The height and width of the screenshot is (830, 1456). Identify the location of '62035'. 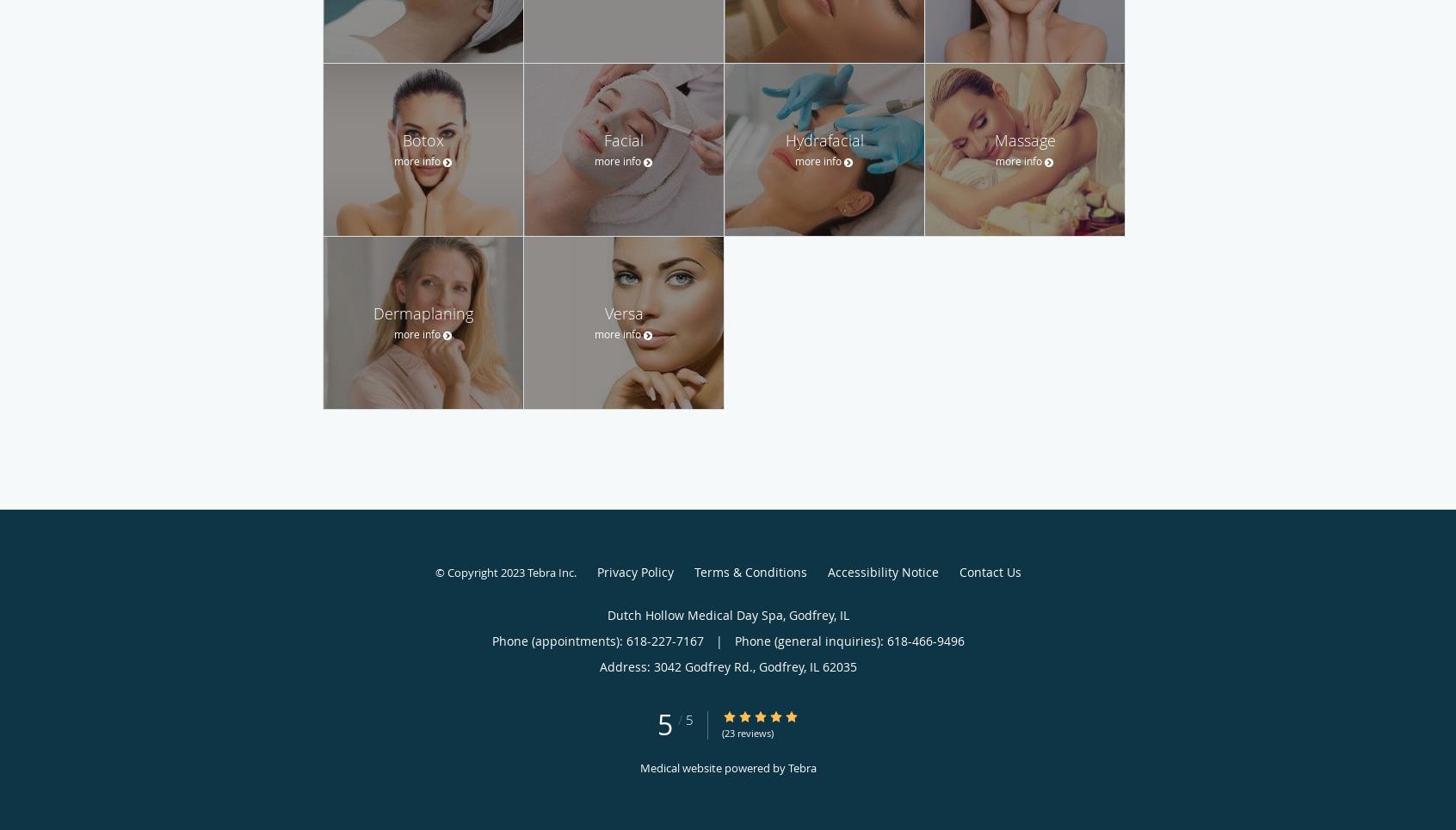
(838, 666).